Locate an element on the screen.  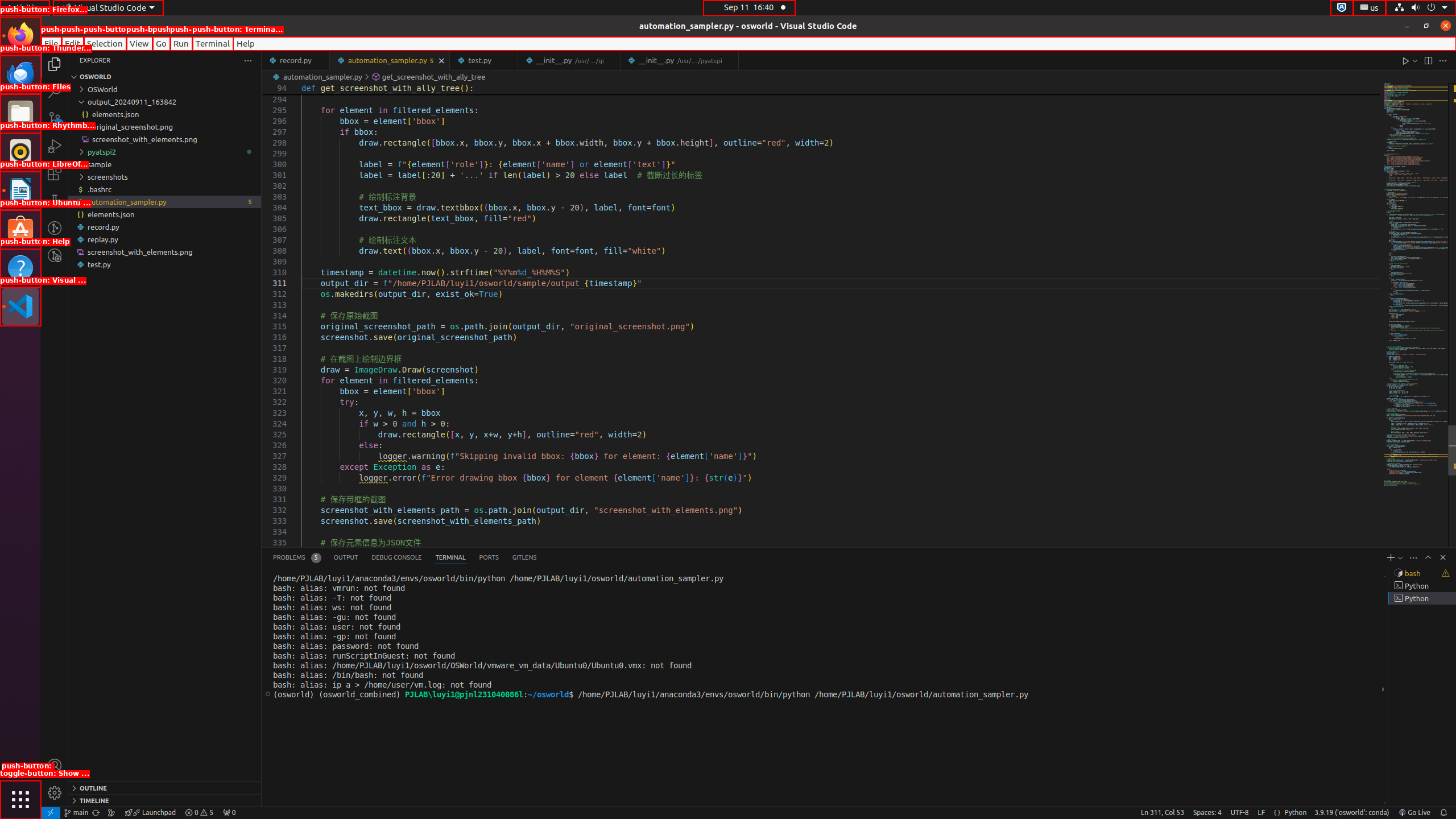
':1.21/StatusNotifierItem' is located at coordinates (1368, 7).